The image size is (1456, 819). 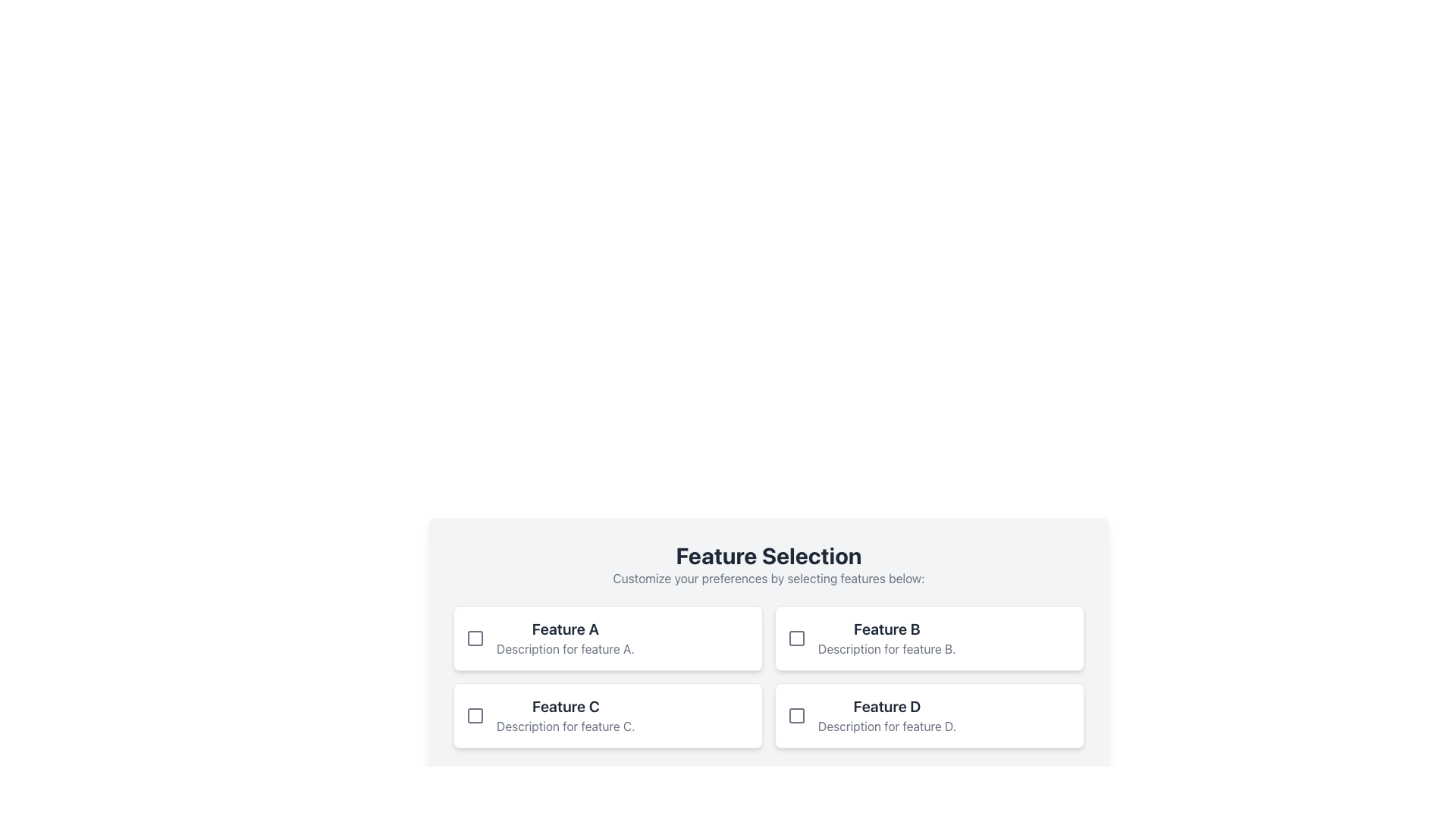 I want to click on descriptive label located beneath the title 'Feature C' in the lower-left side of the layout grid, so click(x=565, y=725).